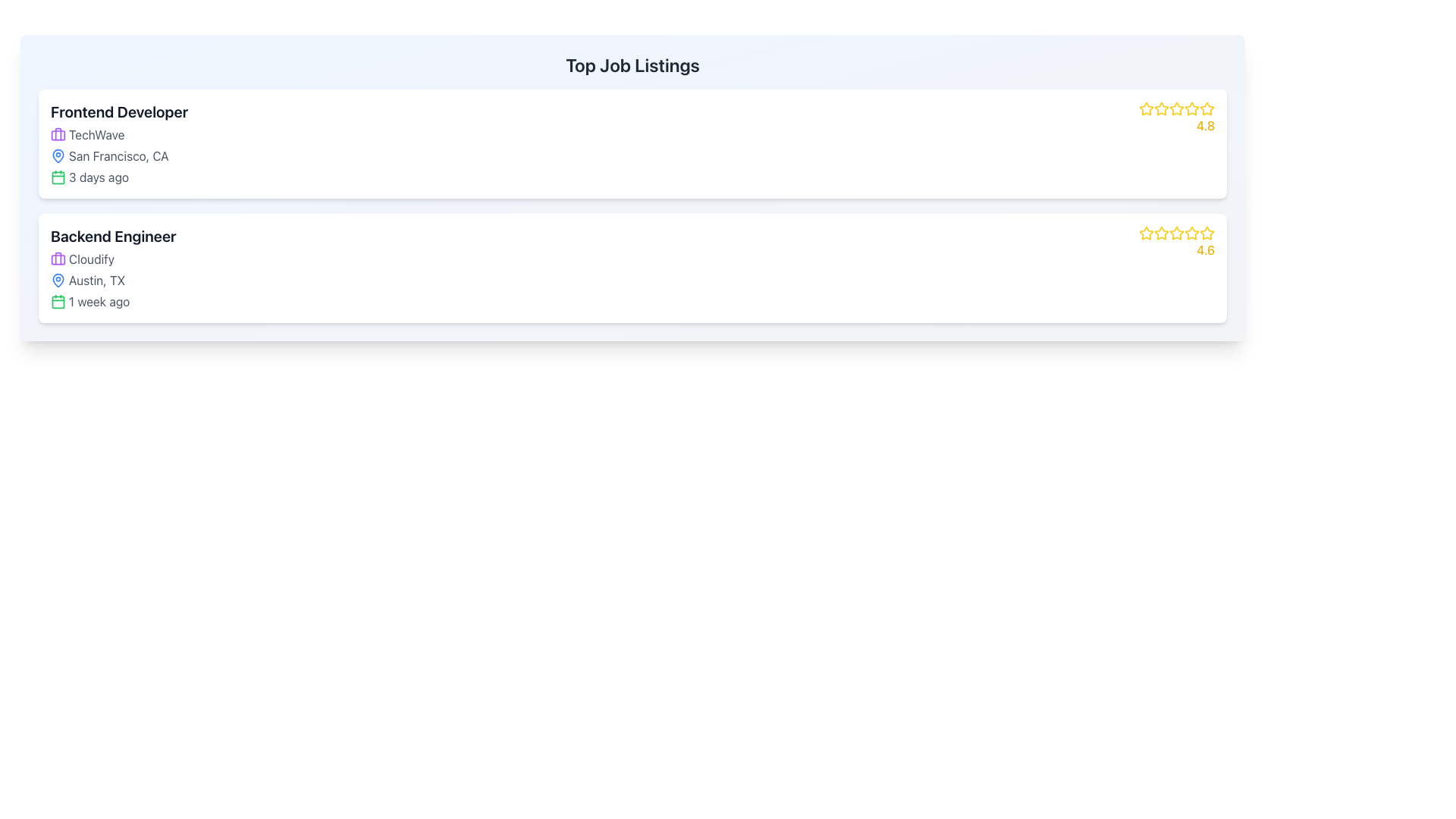 The width and height of the screenshot is (1456, 819). I want to click on the first star in the five-star rating sequence for the 'Backend Engineer' job listing, which represents a rating score of 1.0, so click(1147, 233).